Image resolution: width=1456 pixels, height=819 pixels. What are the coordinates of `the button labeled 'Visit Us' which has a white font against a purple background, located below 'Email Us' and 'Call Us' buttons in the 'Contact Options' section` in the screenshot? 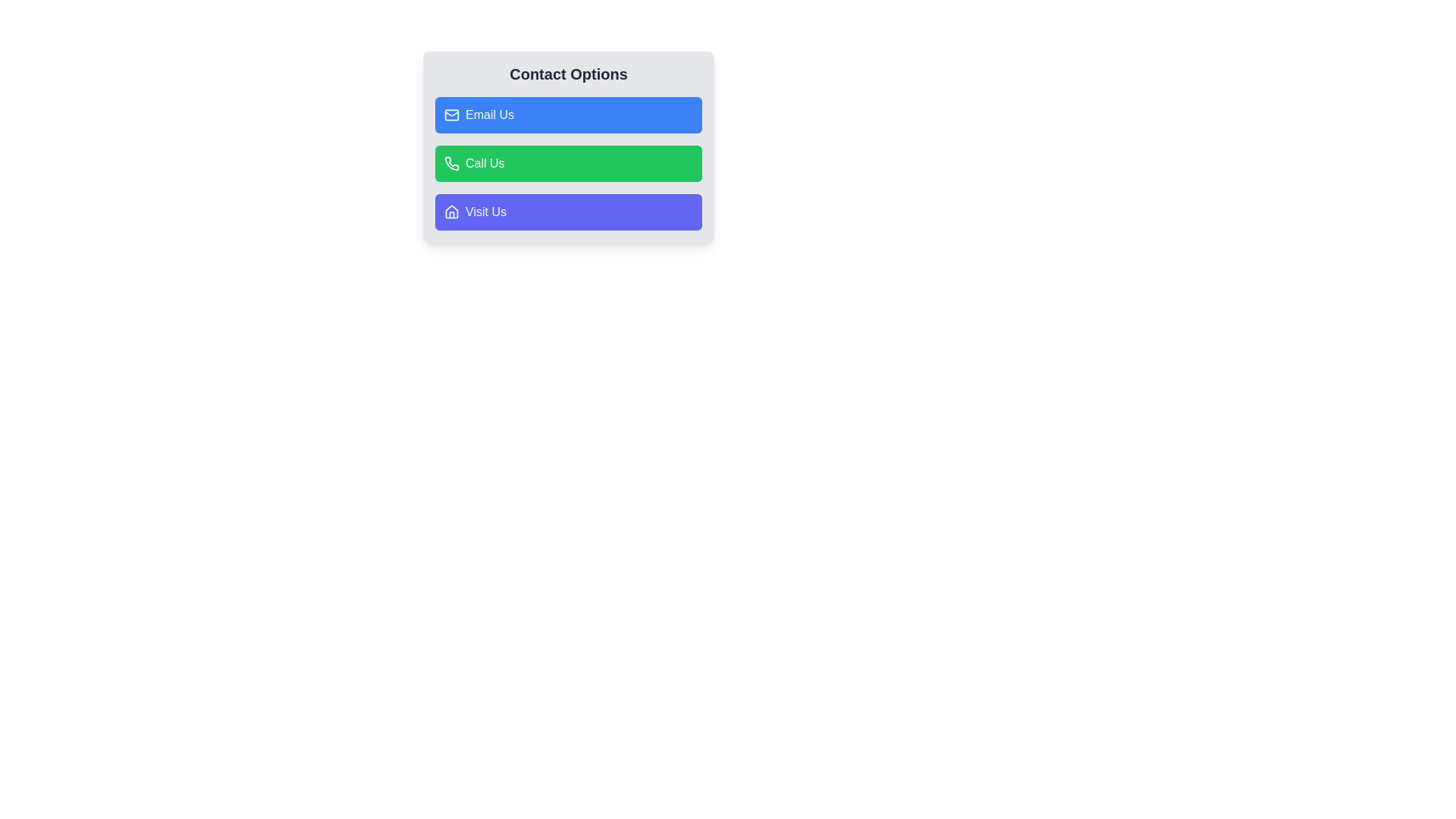 It's located at (485, 212).